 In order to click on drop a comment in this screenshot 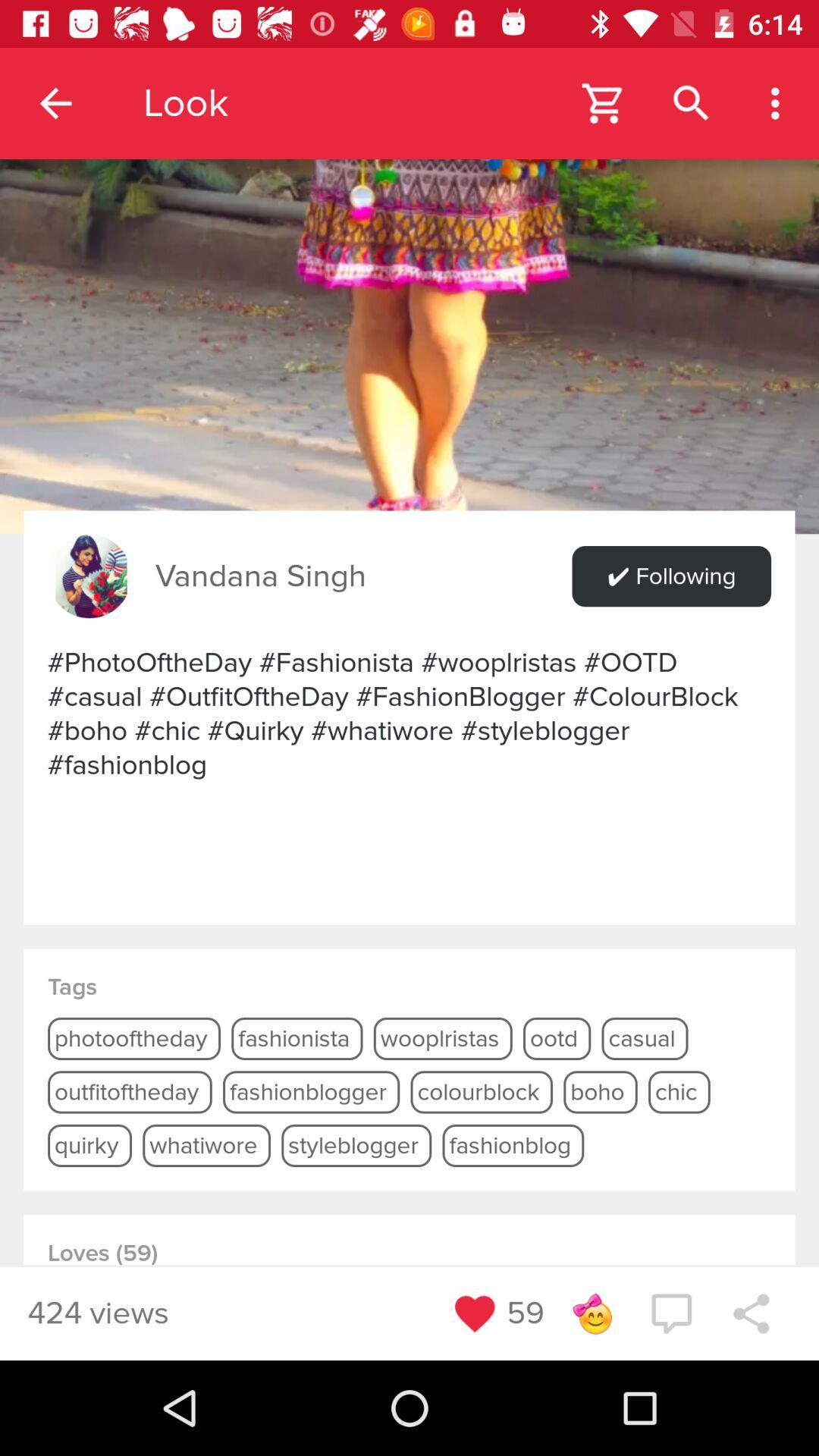, I will do `click(670, 1313)`.